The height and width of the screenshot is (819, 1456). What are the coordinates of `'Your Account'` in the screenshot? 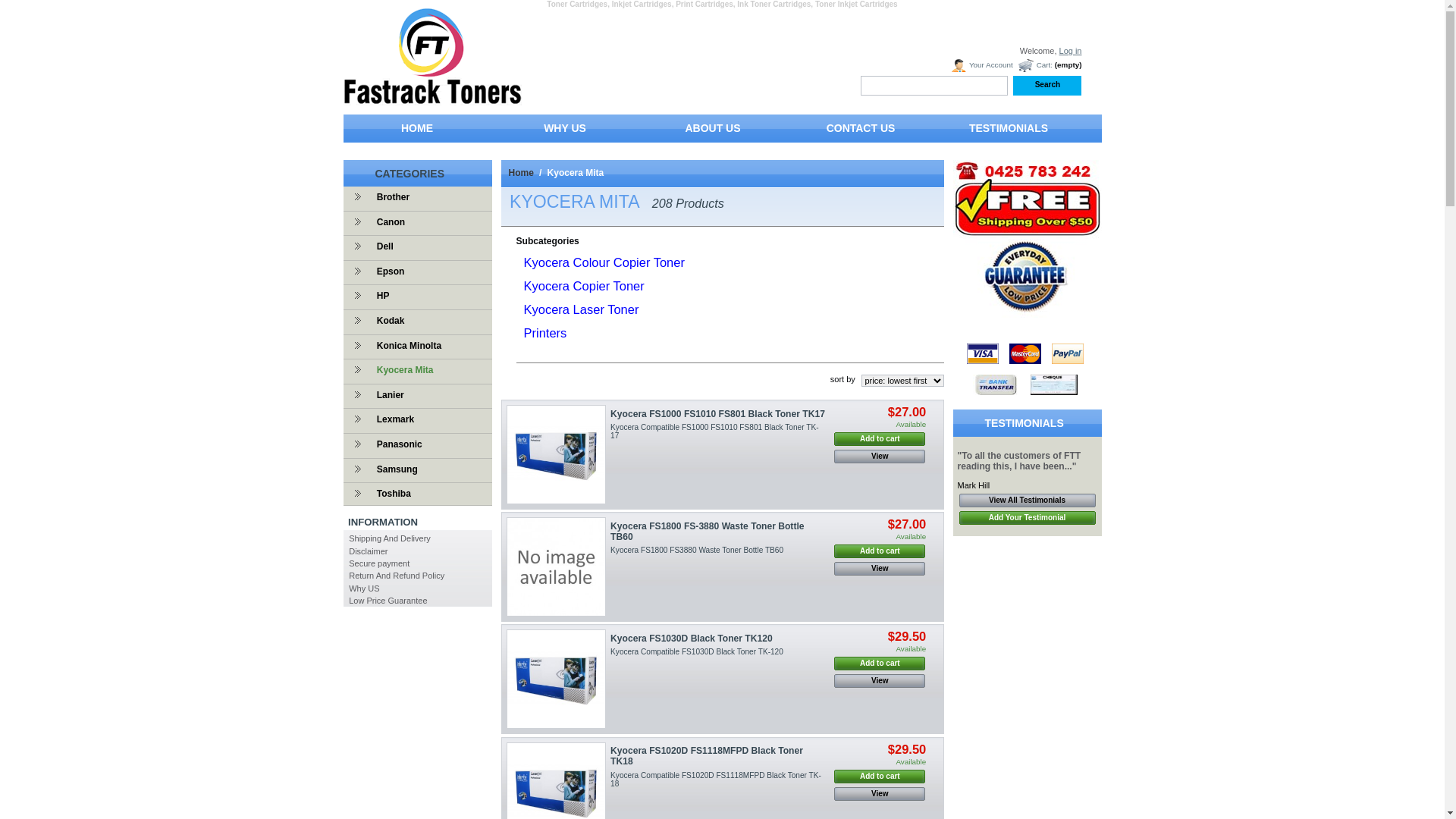 It's located at (949, 64).